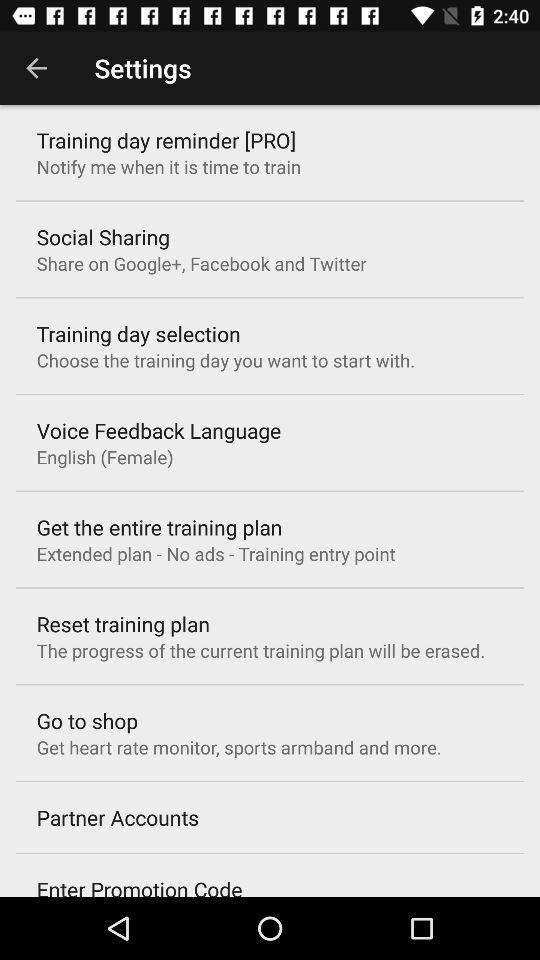 The image size is (540, 960). I want to click on the icon above the reset training plan, so click(215, 553).